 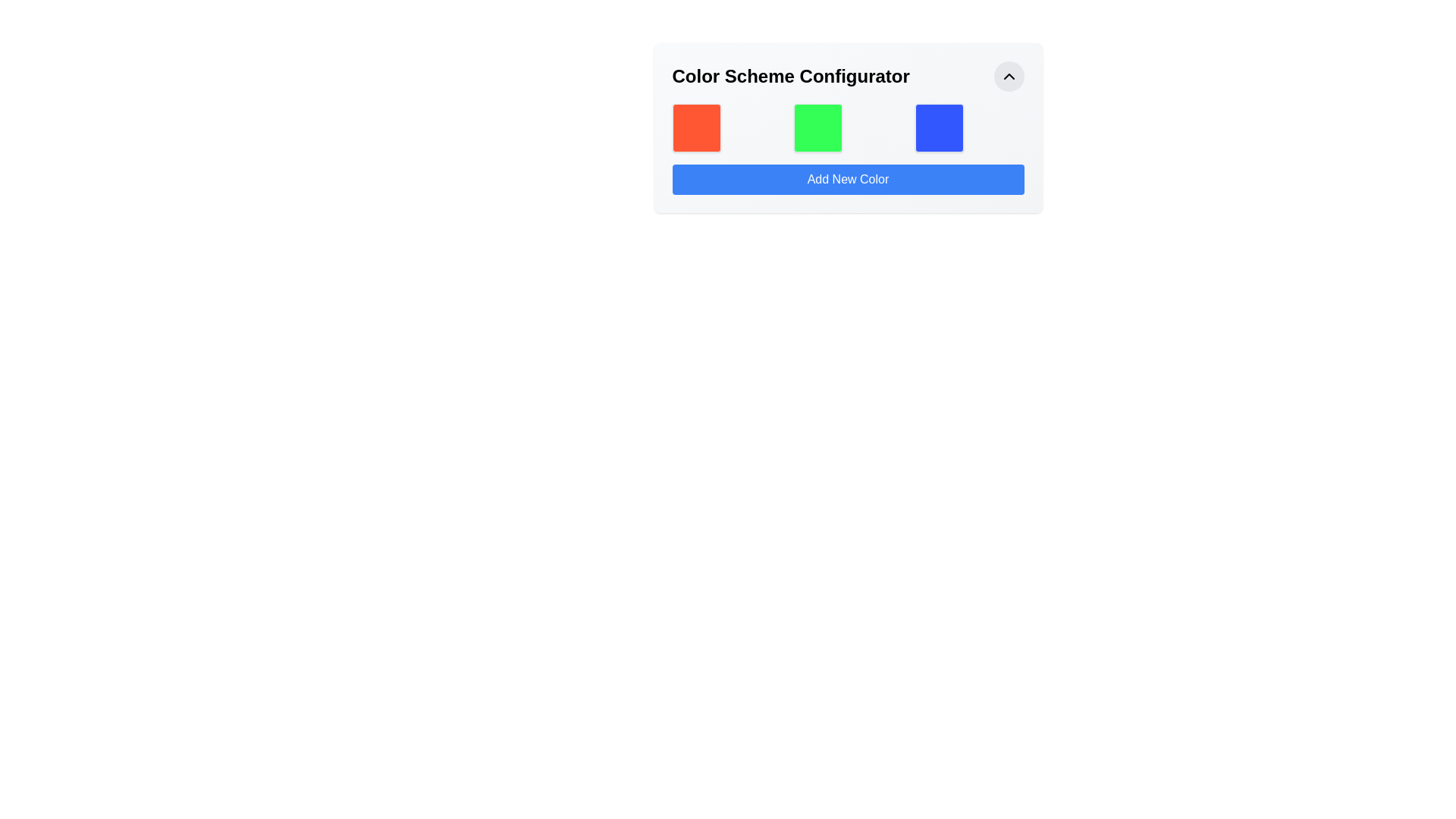 I want to click on the button with an upward chevron icon located in the top-right corner of the 'Color Scheme Configurator' section, so click(x=1009, y=76).